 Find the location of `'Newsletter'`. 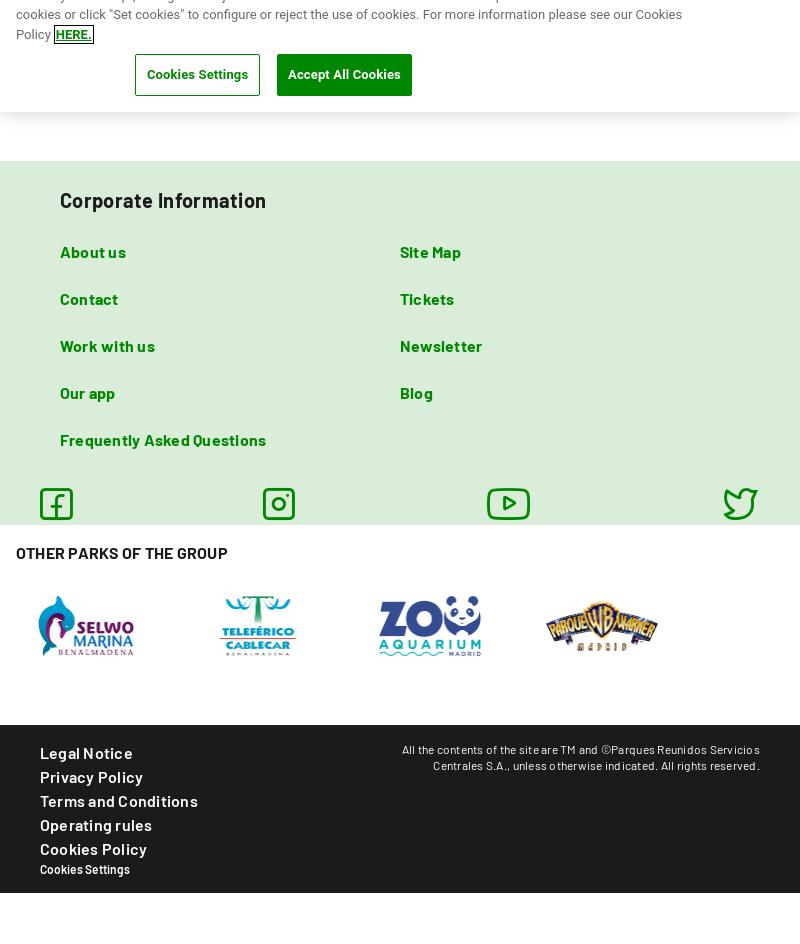

'Newsletter' is located at coordinates (400, 343).